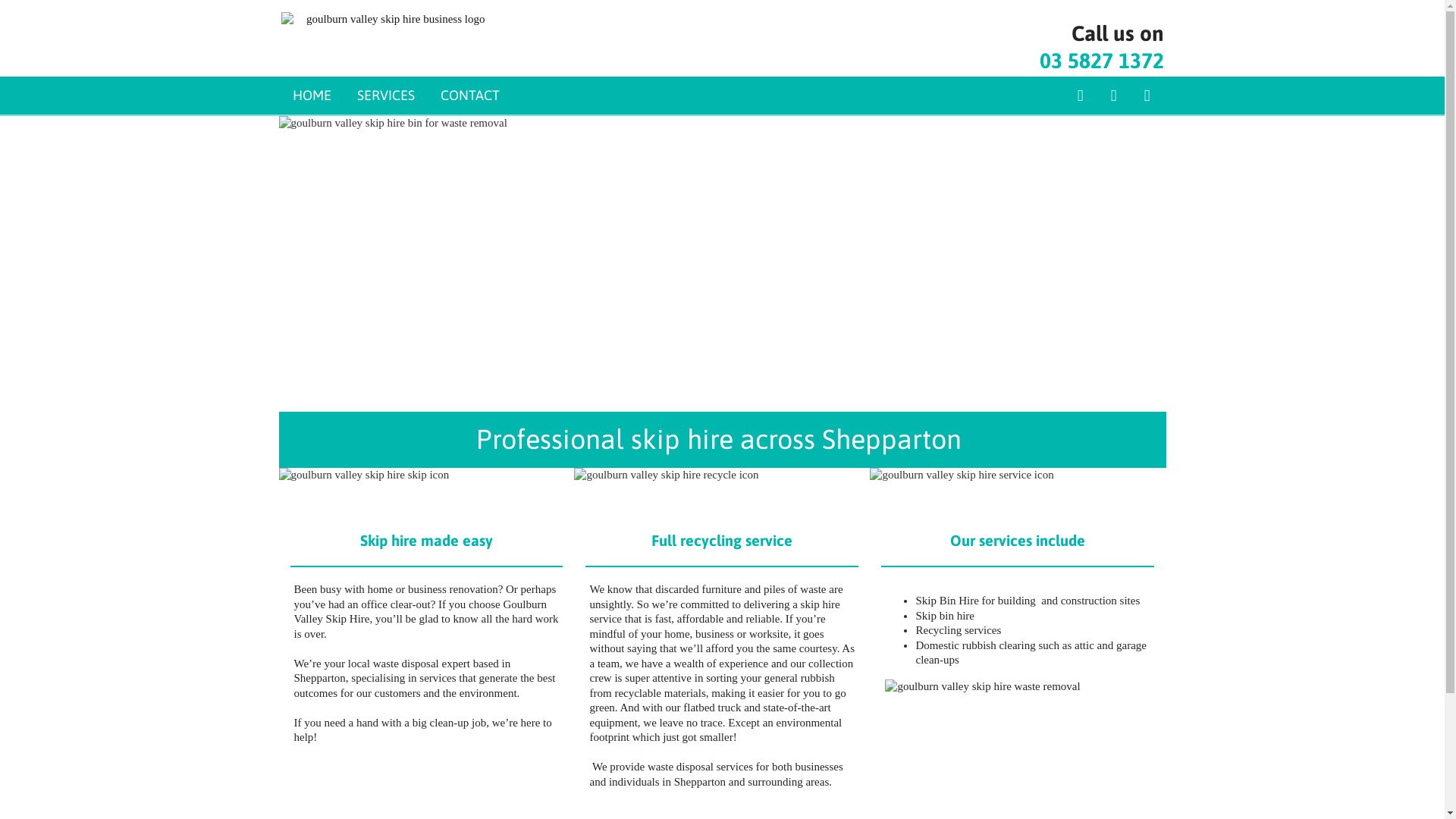  I want to click on 'goulburn valley skip hire recycle icon', so click(720, 488).